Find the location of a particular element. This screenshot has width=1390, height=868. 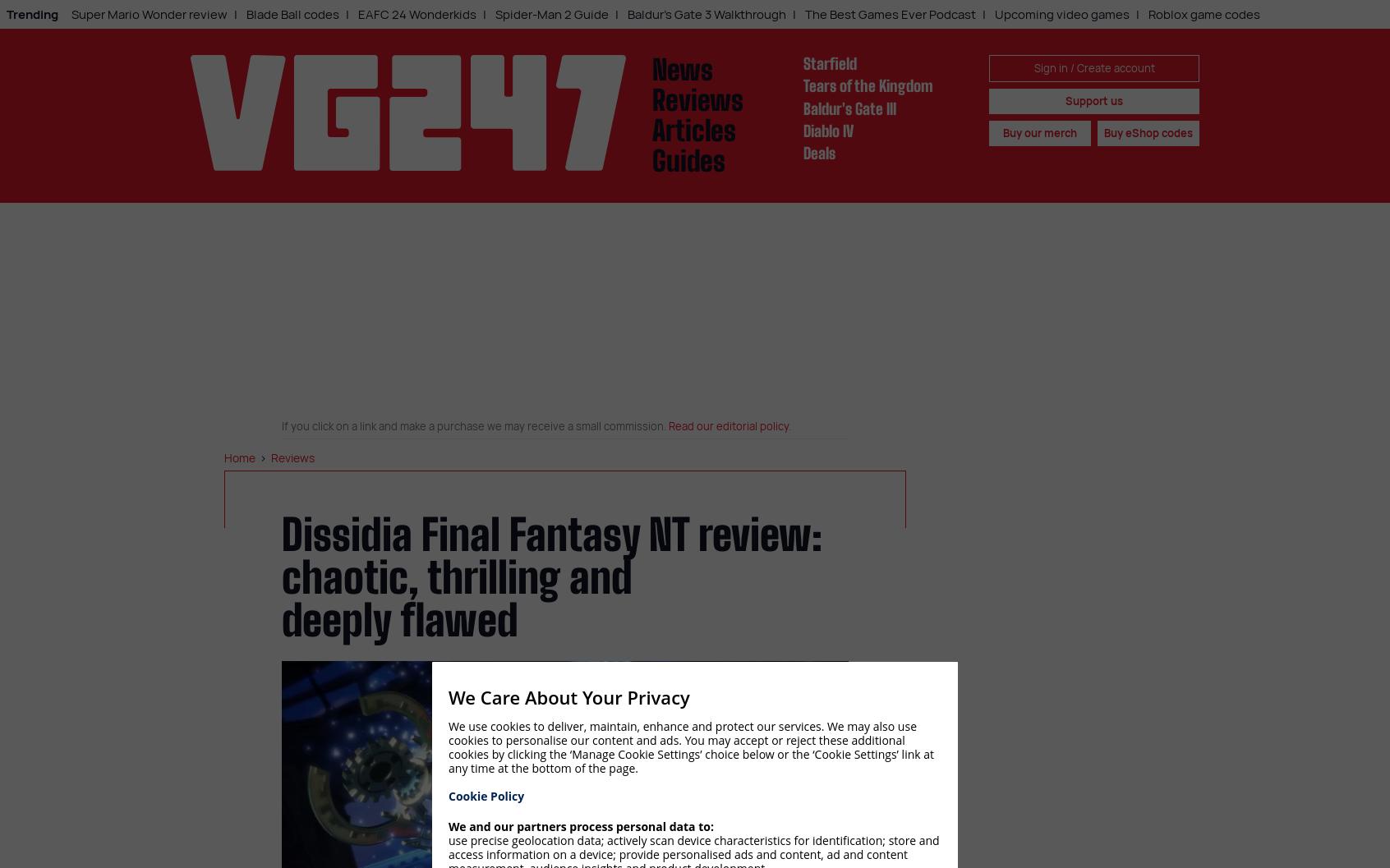

'News' is located at coordinates (682, 68).